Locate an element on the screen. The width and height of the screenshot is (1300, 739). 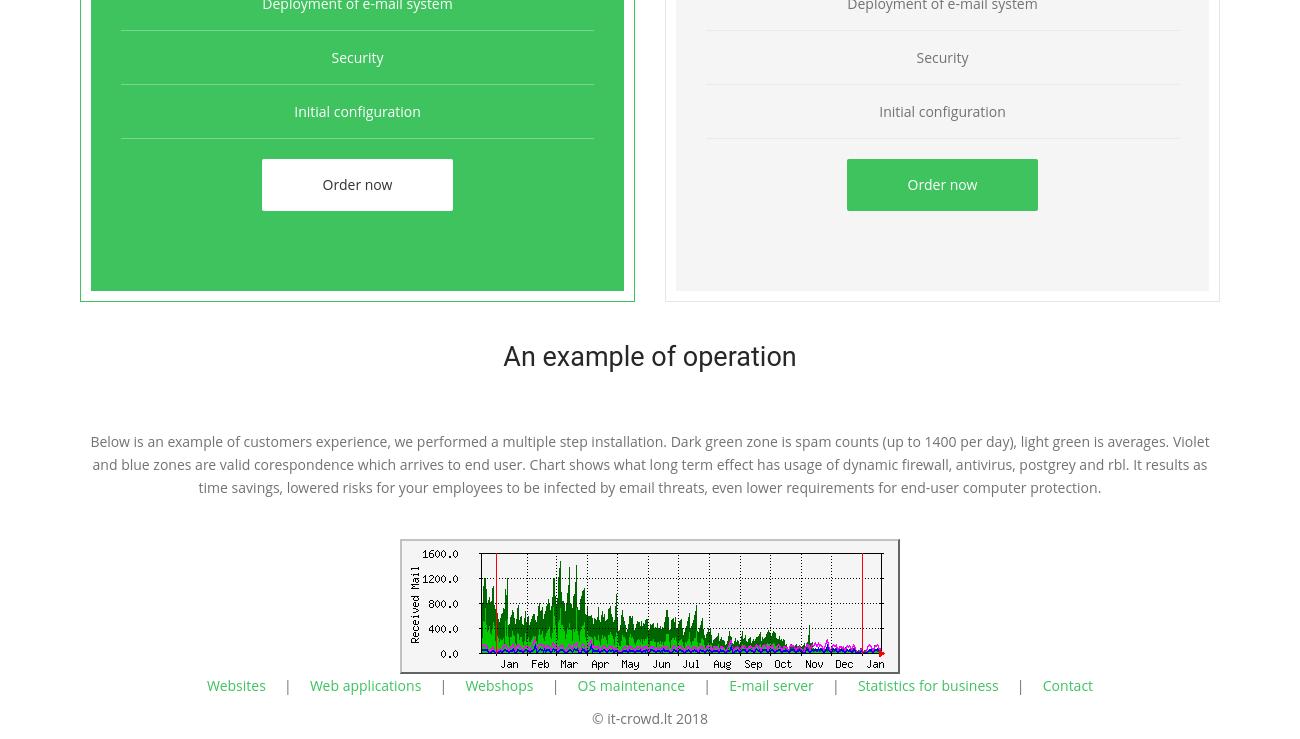
'Contact' is located at coordinates (1041, 684).